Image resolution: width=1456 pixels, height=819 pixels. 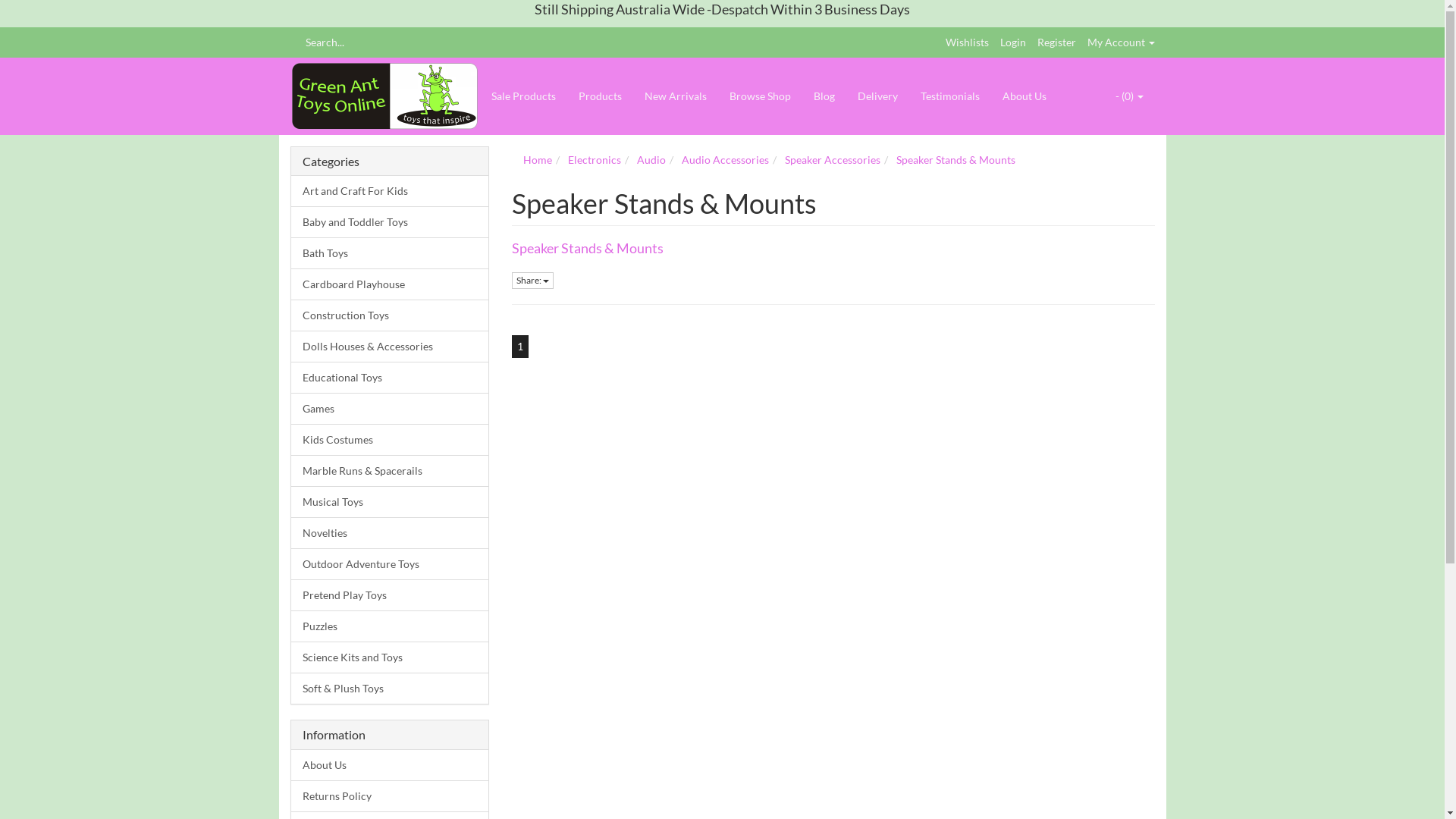 What do you see at coordinates (291, 284) in the screenshot?
I see `'Cardboard Playhouse'` at bounding box center [291, 284].